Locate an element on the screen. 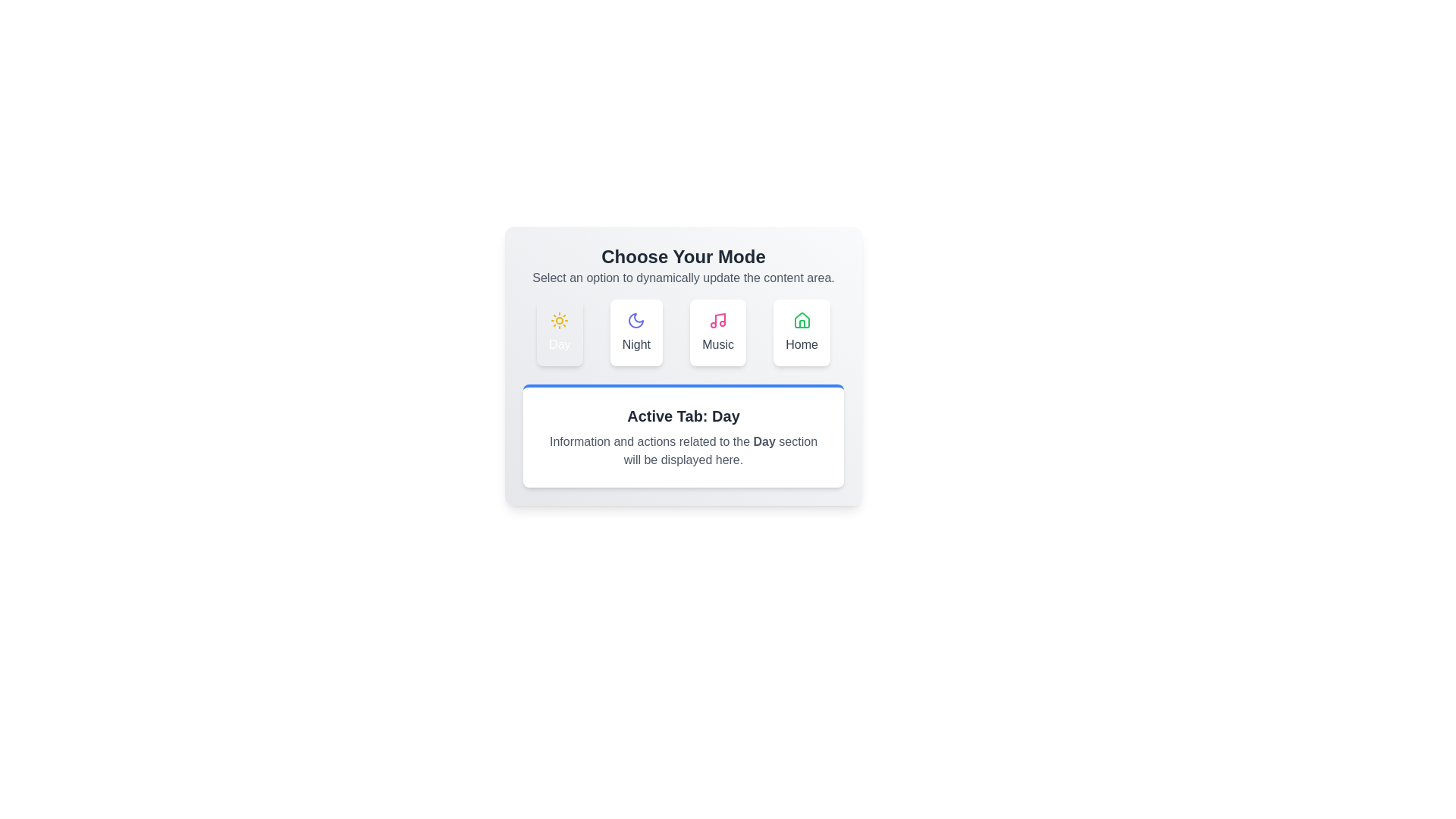  the 'Night' label, which is located beneath a crescent moon icon within the second selectable card from the left is located at coordinates (636, 345).